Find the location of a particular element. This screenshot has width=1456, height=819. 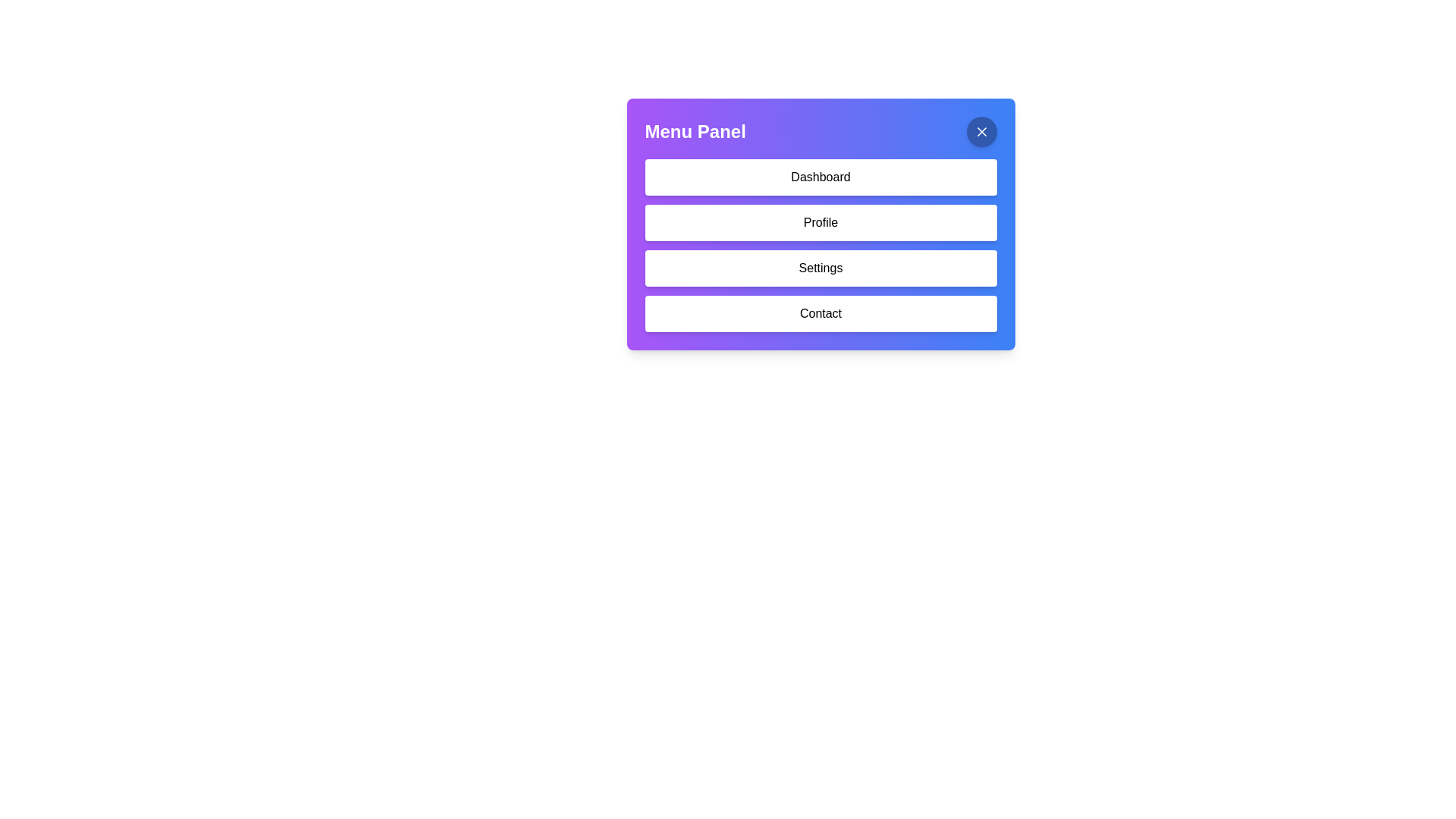

the Text Label located at the top-left corner of the panel, which serves as a header indicating the title or purpose of the section is located at coordinates (695, 130).